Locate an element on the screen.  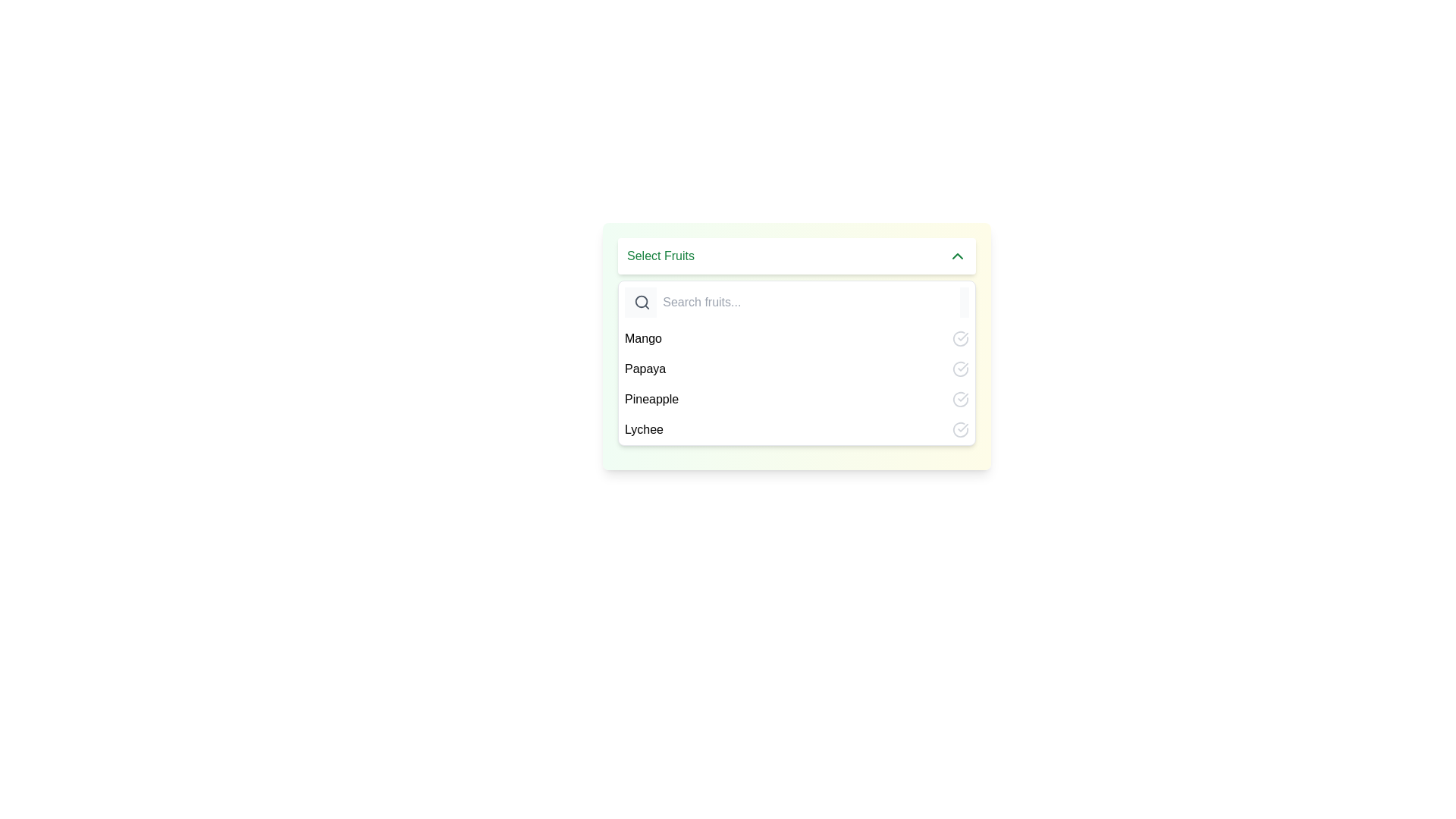
the text label displaying 'Mango' is located at coordinates (643, 338).